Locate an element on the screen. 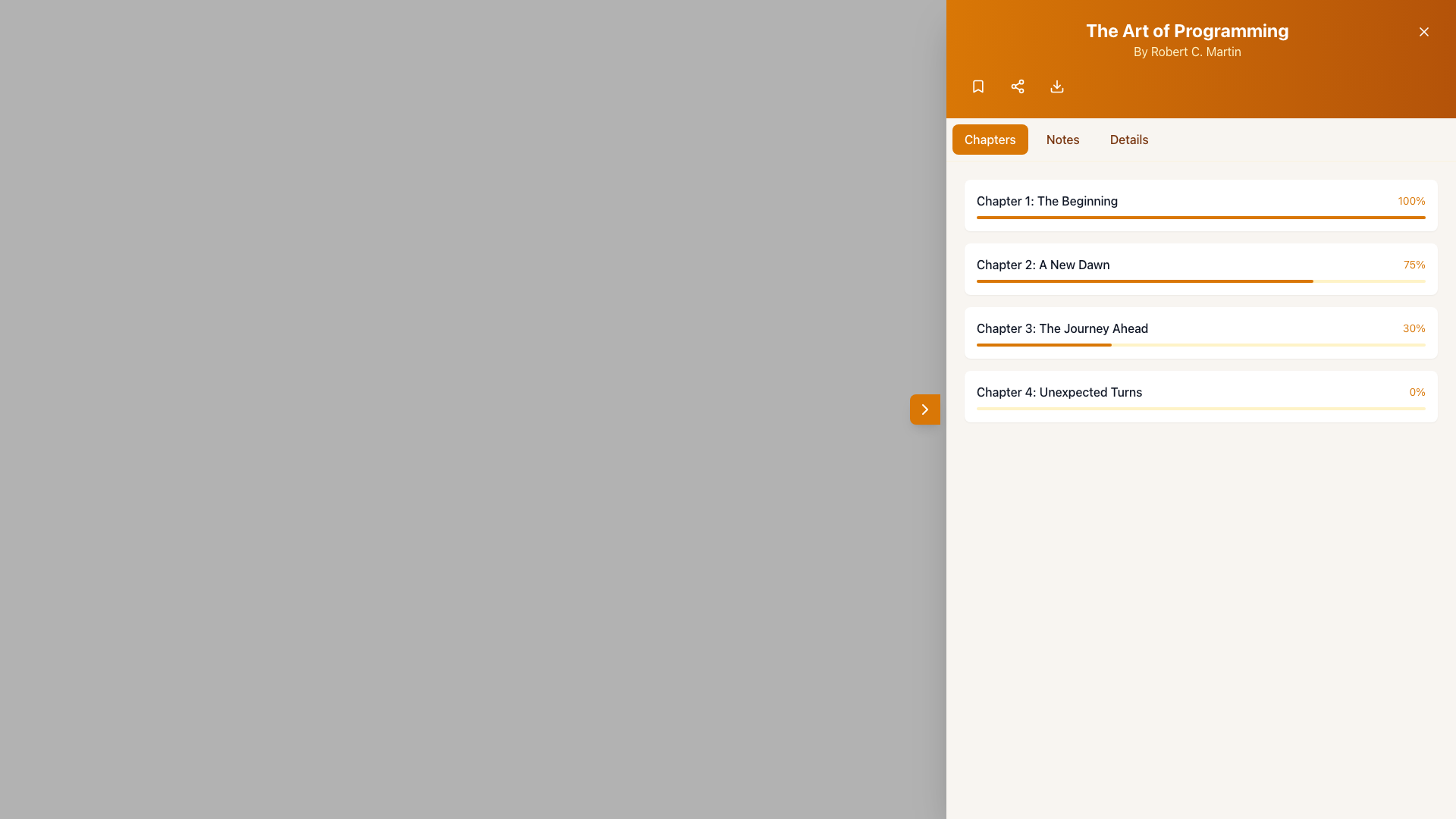 The image size is (1456, 819). the orange share icon button located to the right of the header section labeled 'The Art of Programming' is located at coordinates (1018, 86).